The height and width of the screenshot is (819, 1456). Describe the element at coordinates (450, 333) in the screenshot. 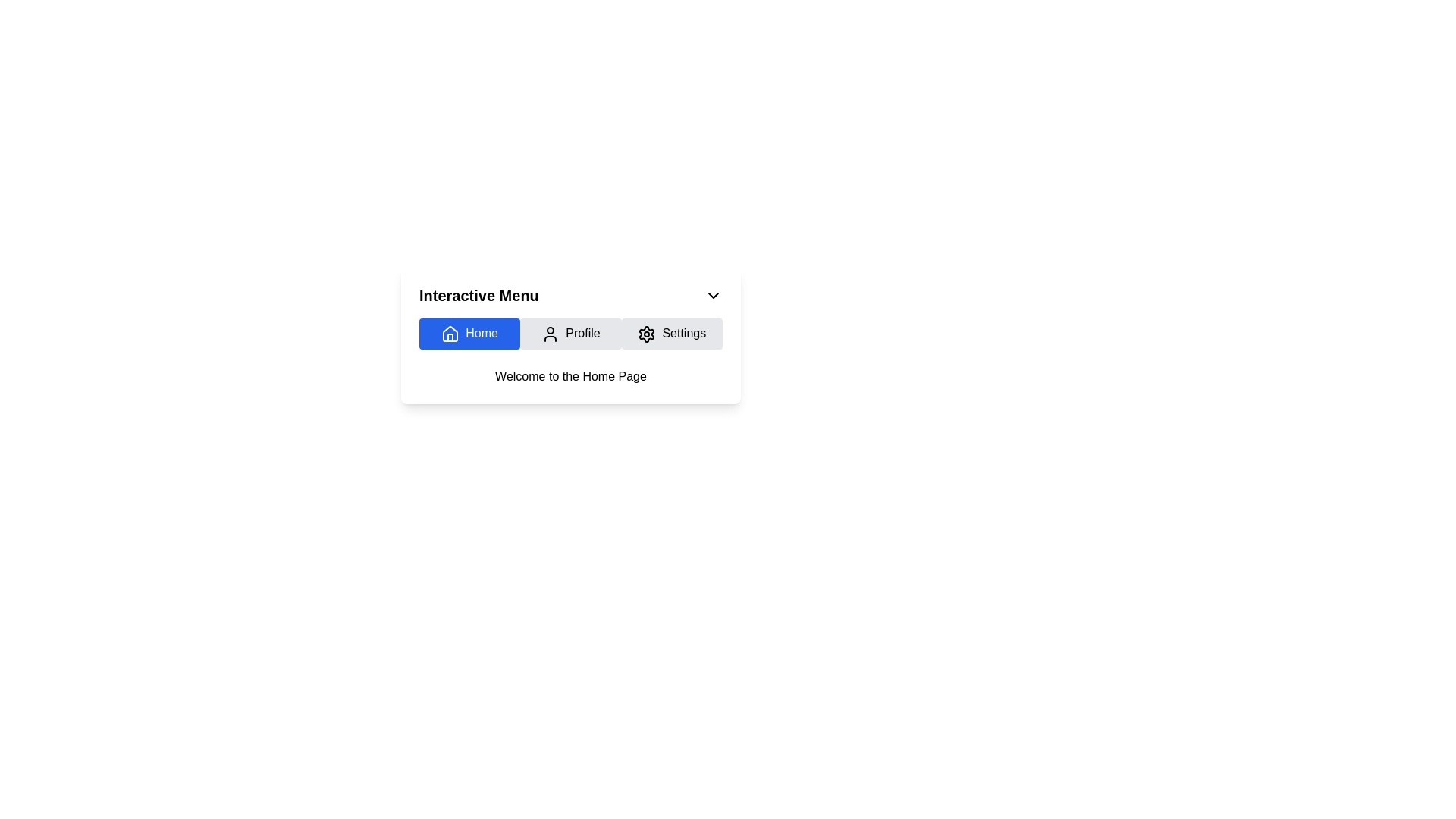

I see `the home icon in the navigation menu, which is located to the left of the 'Home' text in the first button` at that location.